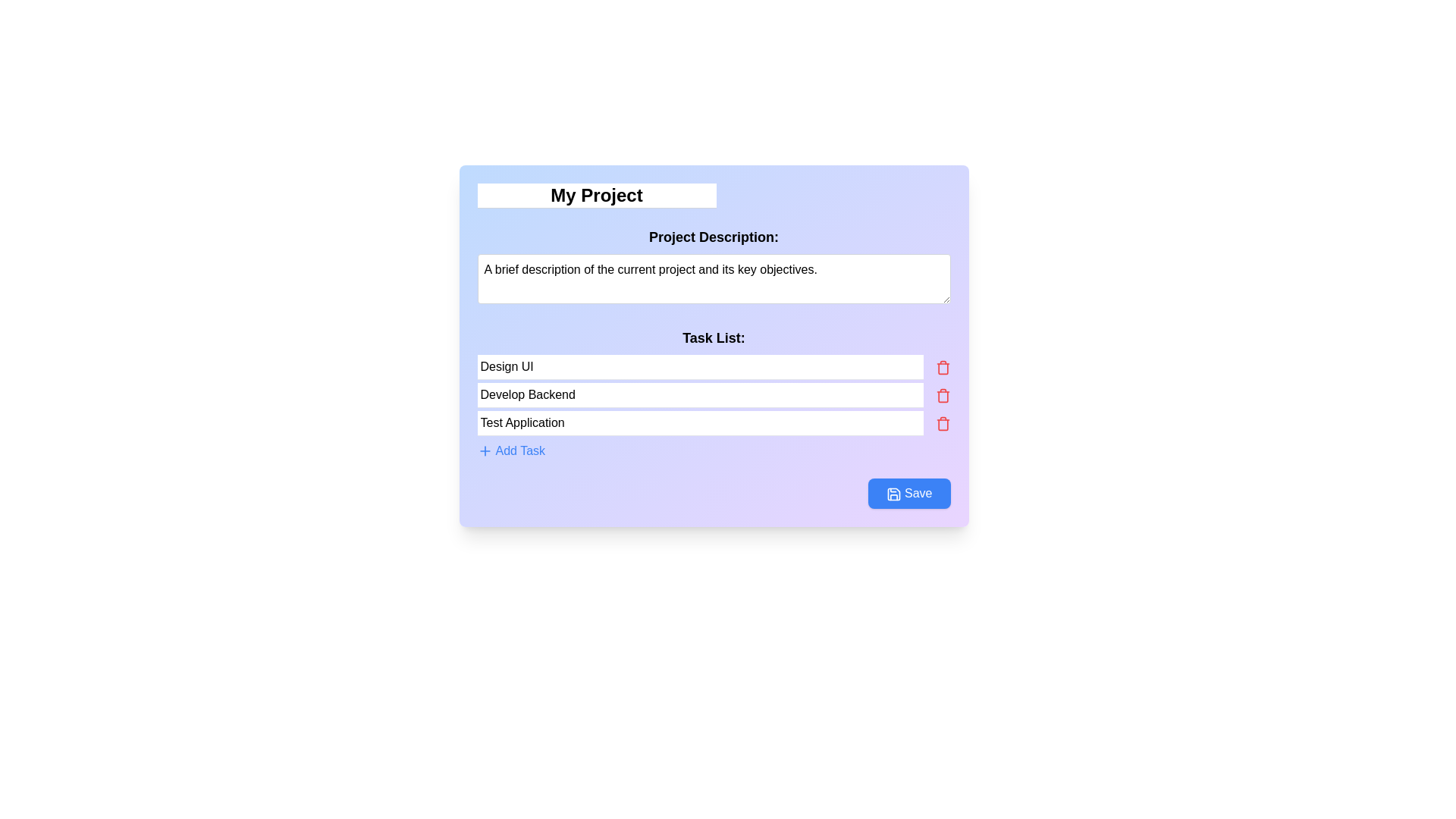 The width and height of the screenshot is (1456, 819). What do you see at coordinates (942, 367) in the screenshot?
I see `the first red icon on the right-hand side of the 'Design UI' text field in the 'Task List' section` at bounding box center [942, 367].